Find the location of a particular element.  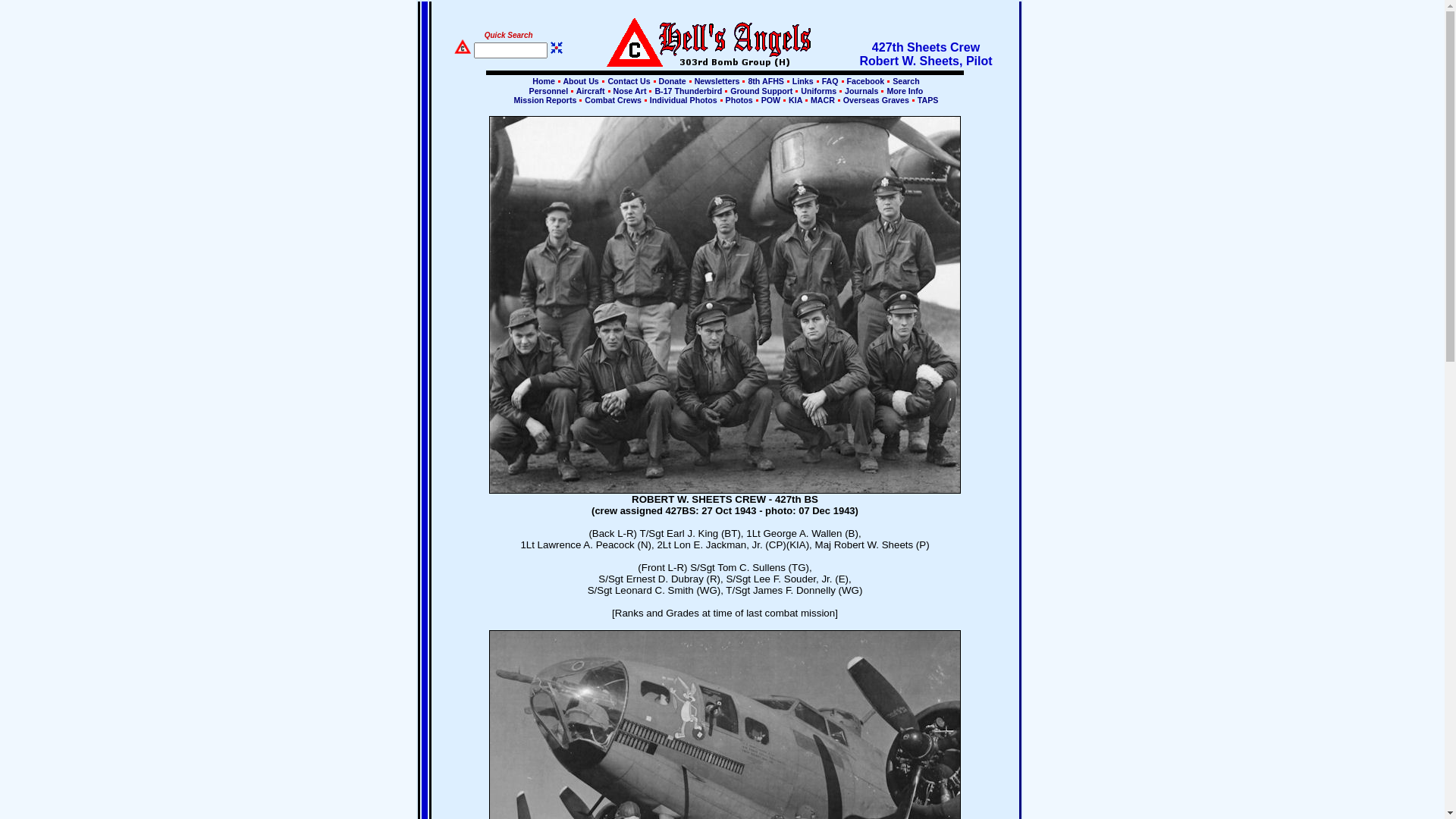

'8th AFHS' is located at coordinates (765, 81).